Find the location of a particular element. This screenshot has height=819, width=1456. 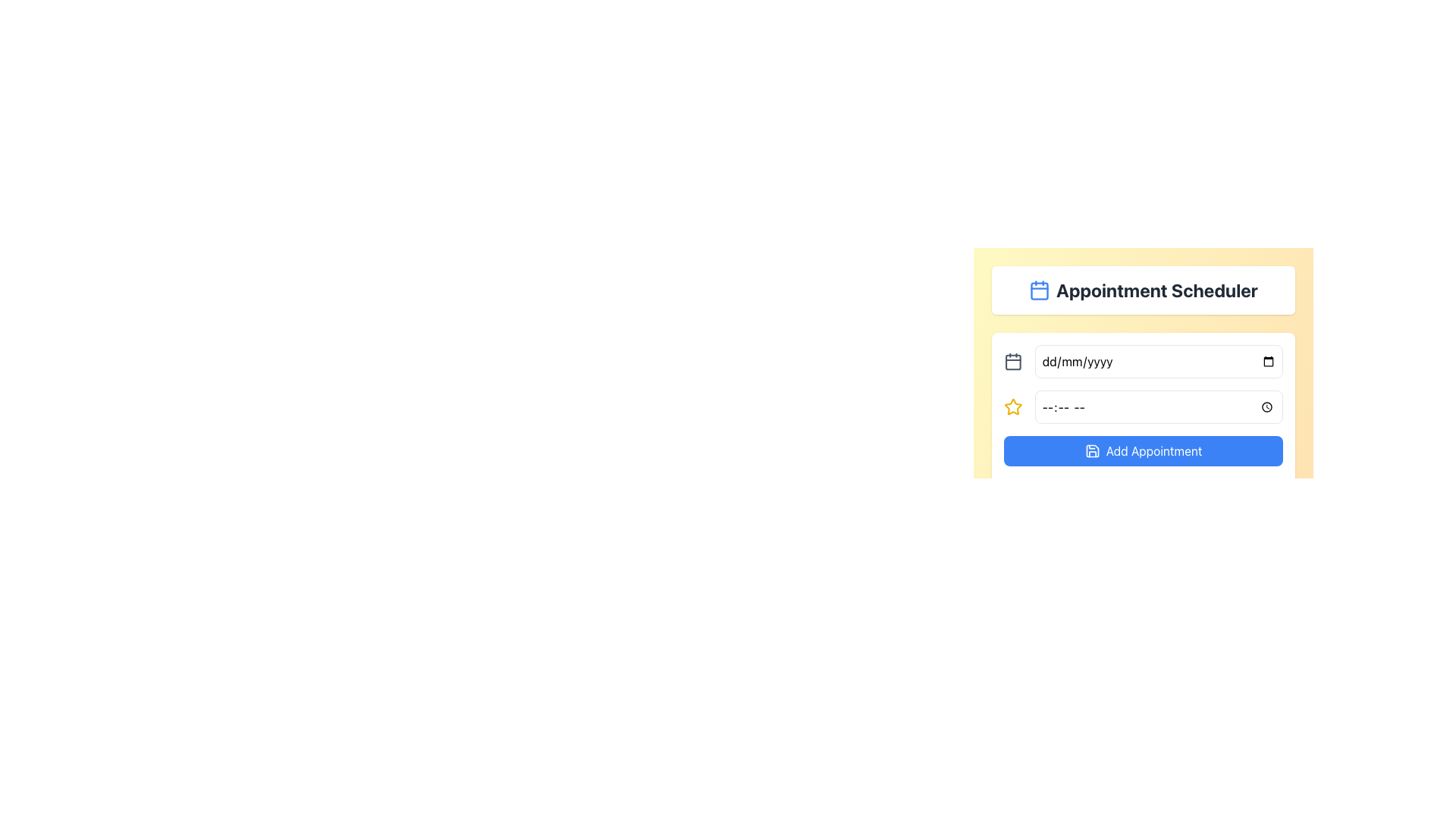

the appointment scheduling section which includes date and time inputs and the 'Add Appointment' button is located at coordinates (1143, 412).